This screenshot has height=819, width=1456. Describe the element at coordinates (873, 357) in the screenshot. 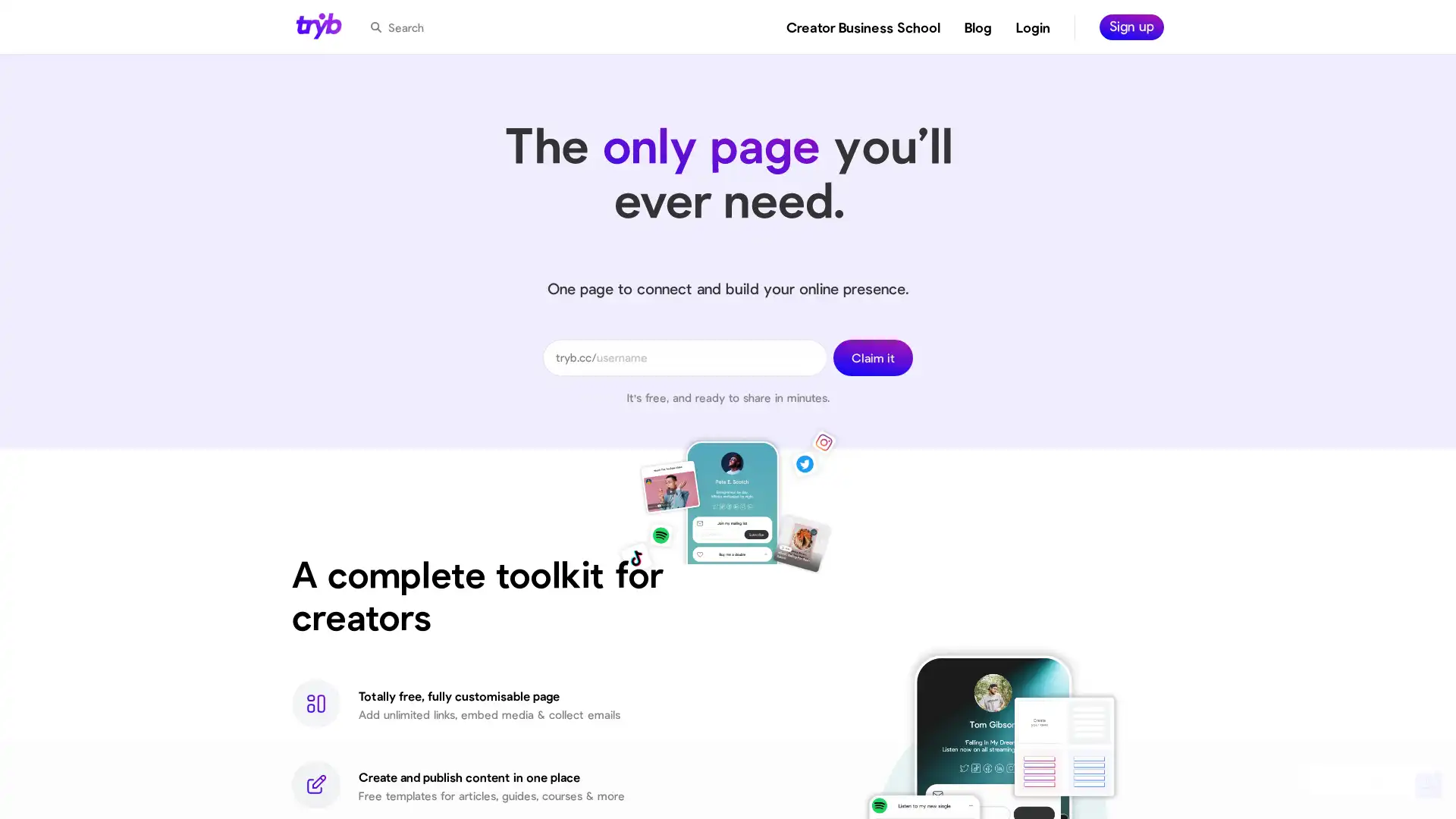

I see `Claim it` at that location.